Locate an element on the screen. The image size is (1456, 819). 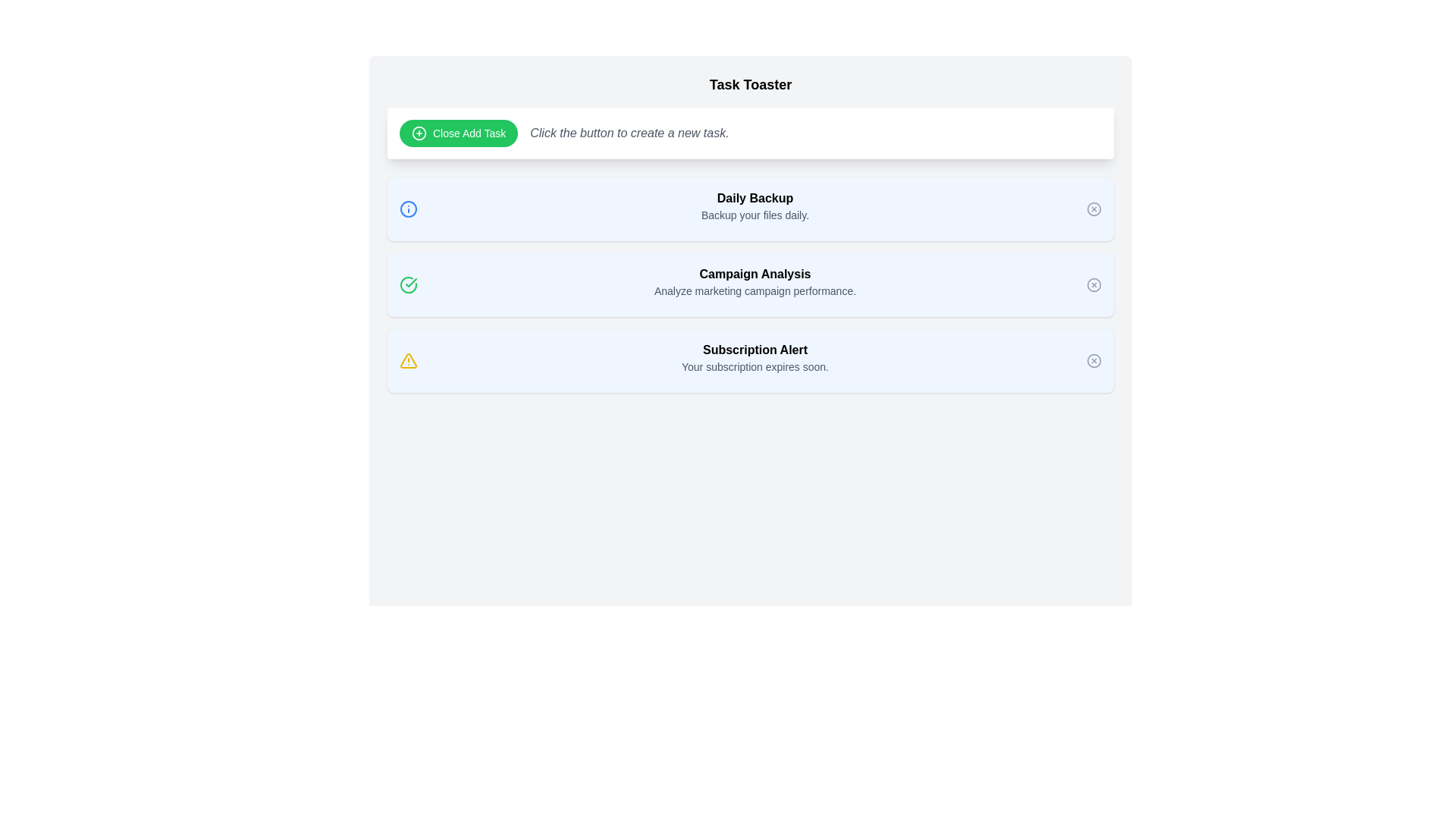
the text block that serves as a visual notification for imminent subscription expiry, which is located at the bottom of a vertical list of notifications and features a warning triangle icon on the left is located at coordinates (755, 360).